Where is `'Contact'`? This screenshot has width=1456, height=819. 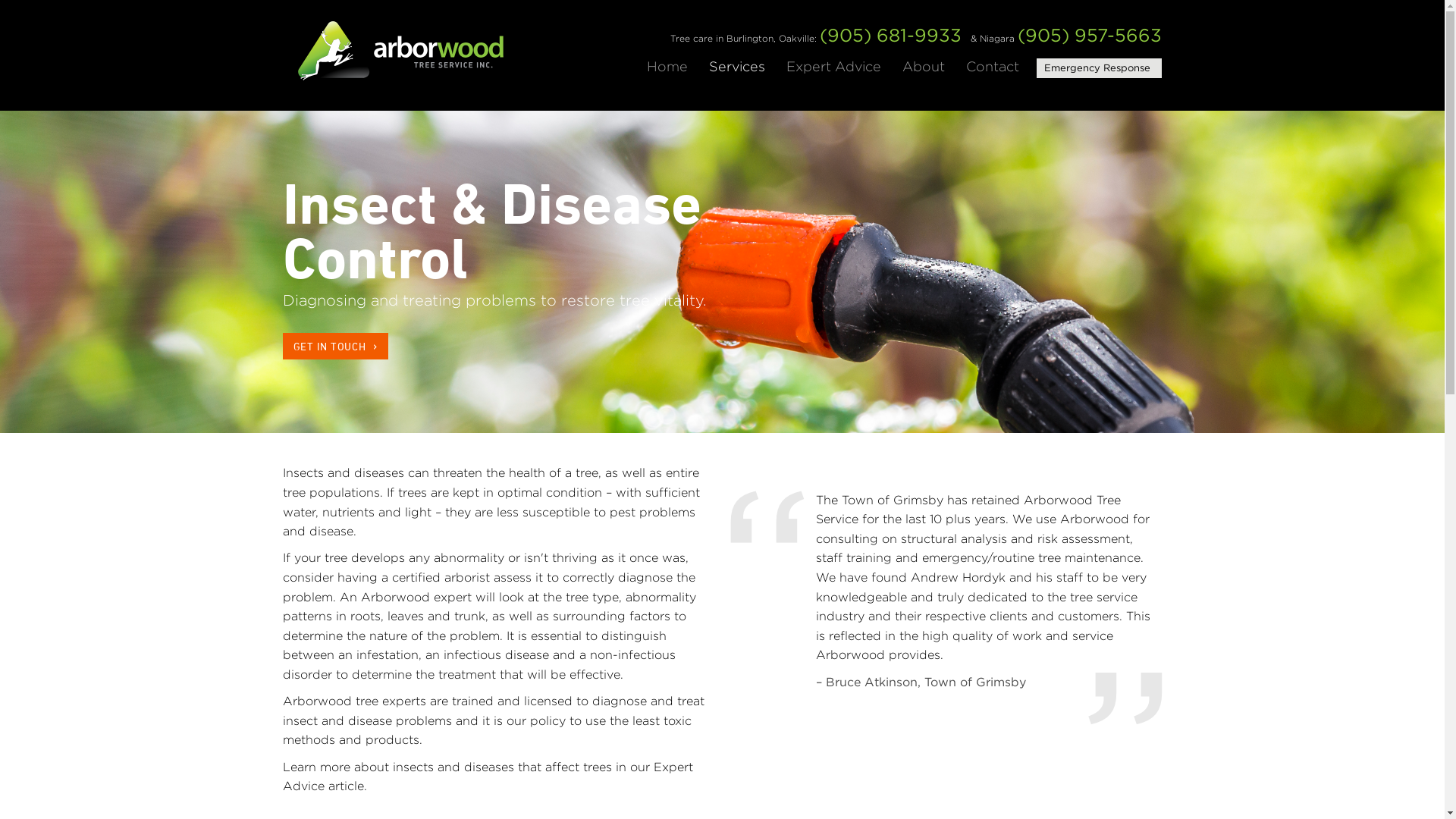 'Contact' is located at coordinates (993, 65).